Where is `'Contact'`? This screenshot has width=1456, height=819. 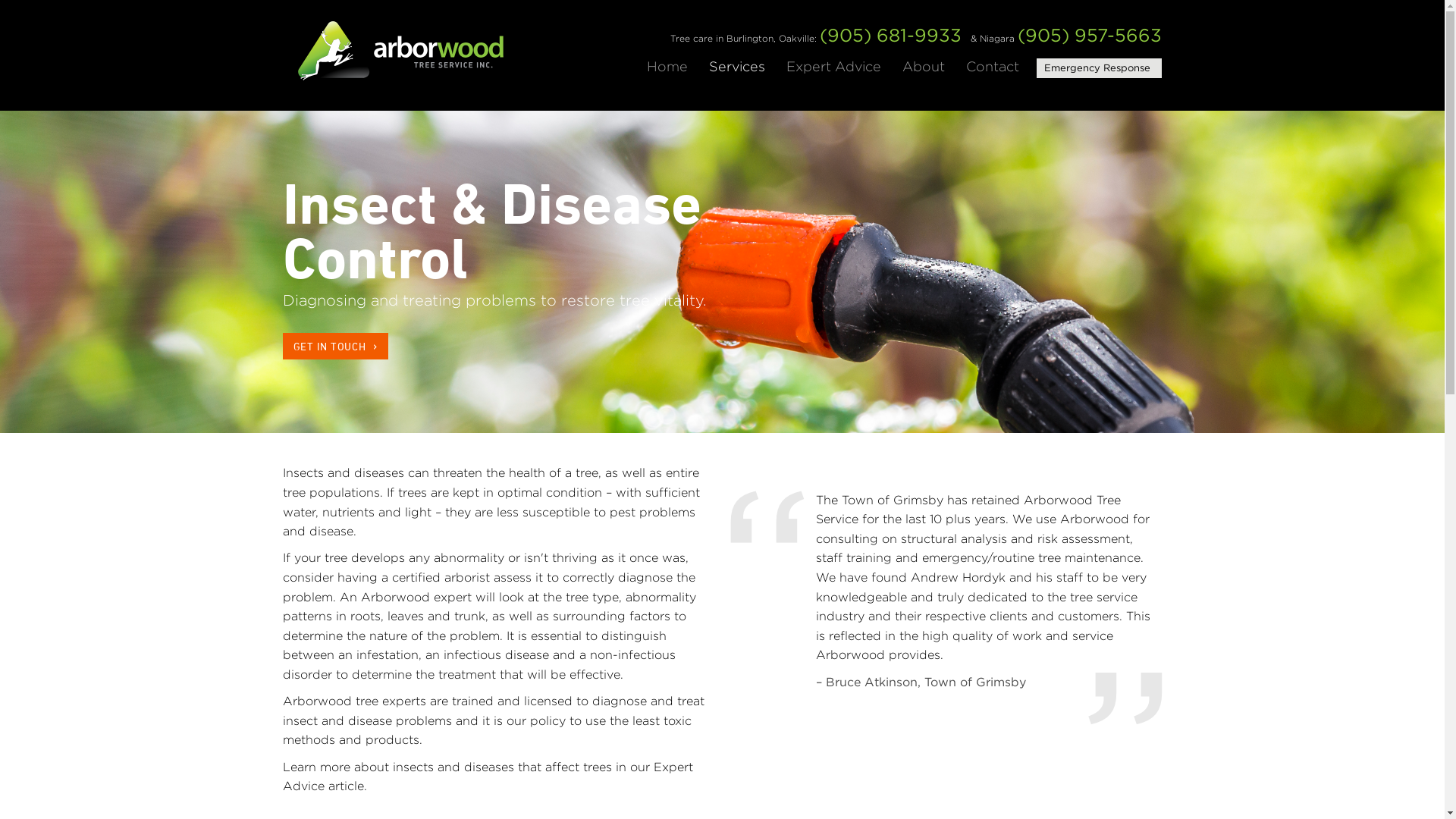 'Contact' is located at coordinates (993, 65).